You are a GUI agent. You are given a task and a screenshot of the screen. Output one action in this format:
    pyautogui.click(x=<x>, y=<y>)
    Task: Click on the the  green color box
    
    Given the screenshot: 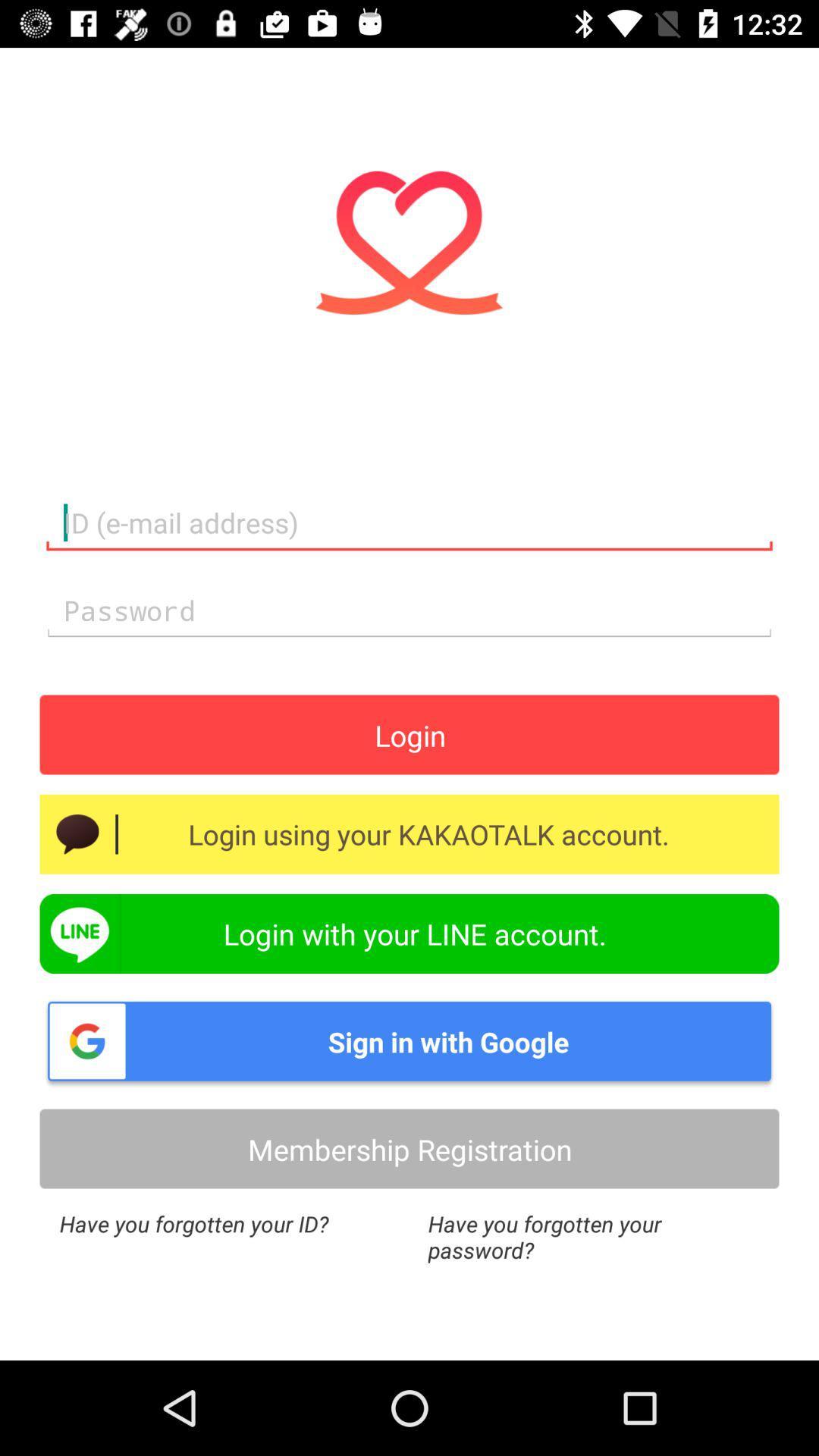 What is the action you would take?
    pyautogui.click(x=409, y=933)
    